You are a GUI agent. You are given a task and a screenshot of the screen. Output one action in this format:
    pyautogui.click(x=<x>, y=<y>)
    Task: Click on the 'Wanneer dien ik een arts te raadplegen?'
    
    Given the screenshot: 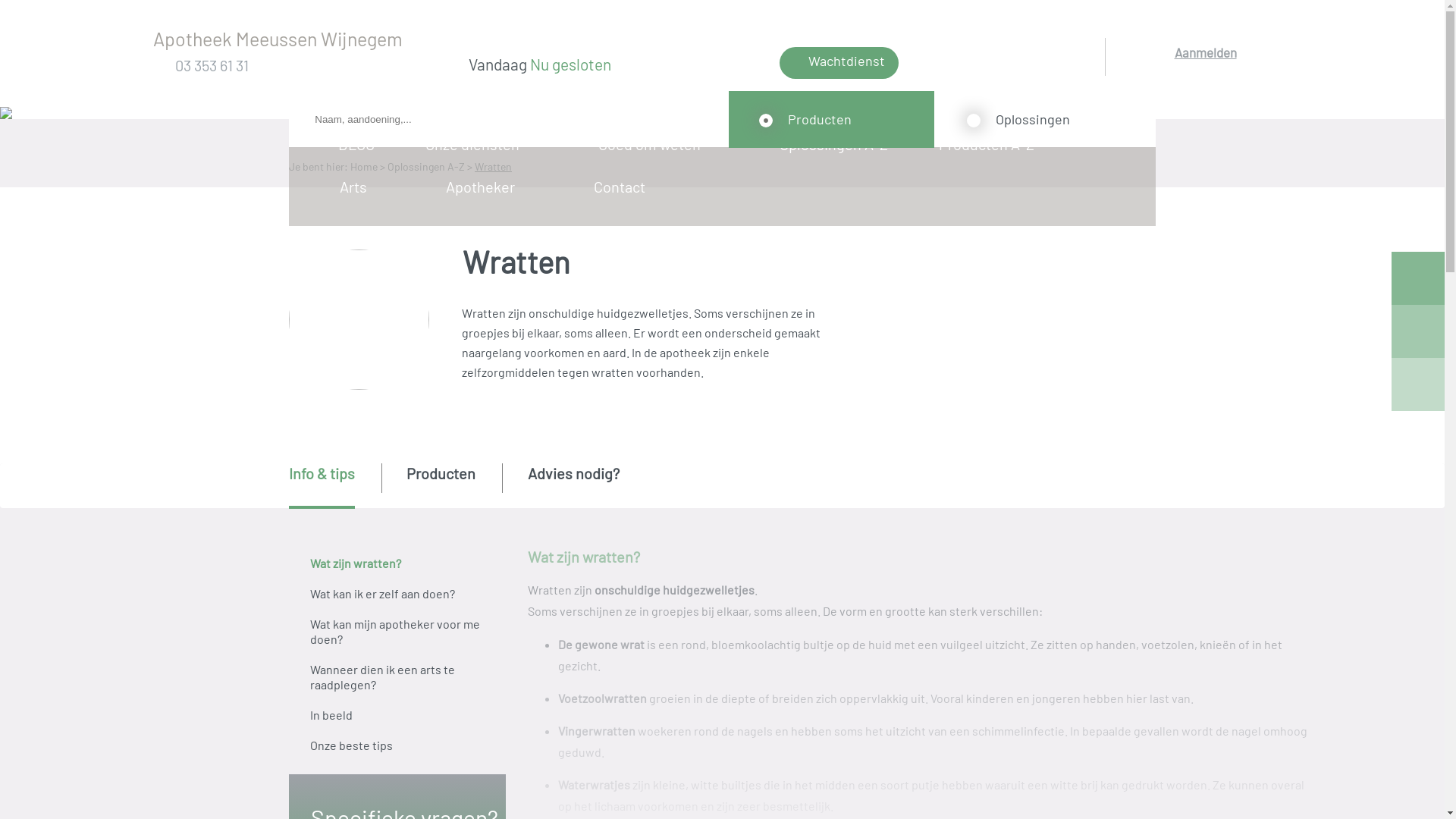 What is the action you would take?
    pyautogui.click(x=397, y=676)
    